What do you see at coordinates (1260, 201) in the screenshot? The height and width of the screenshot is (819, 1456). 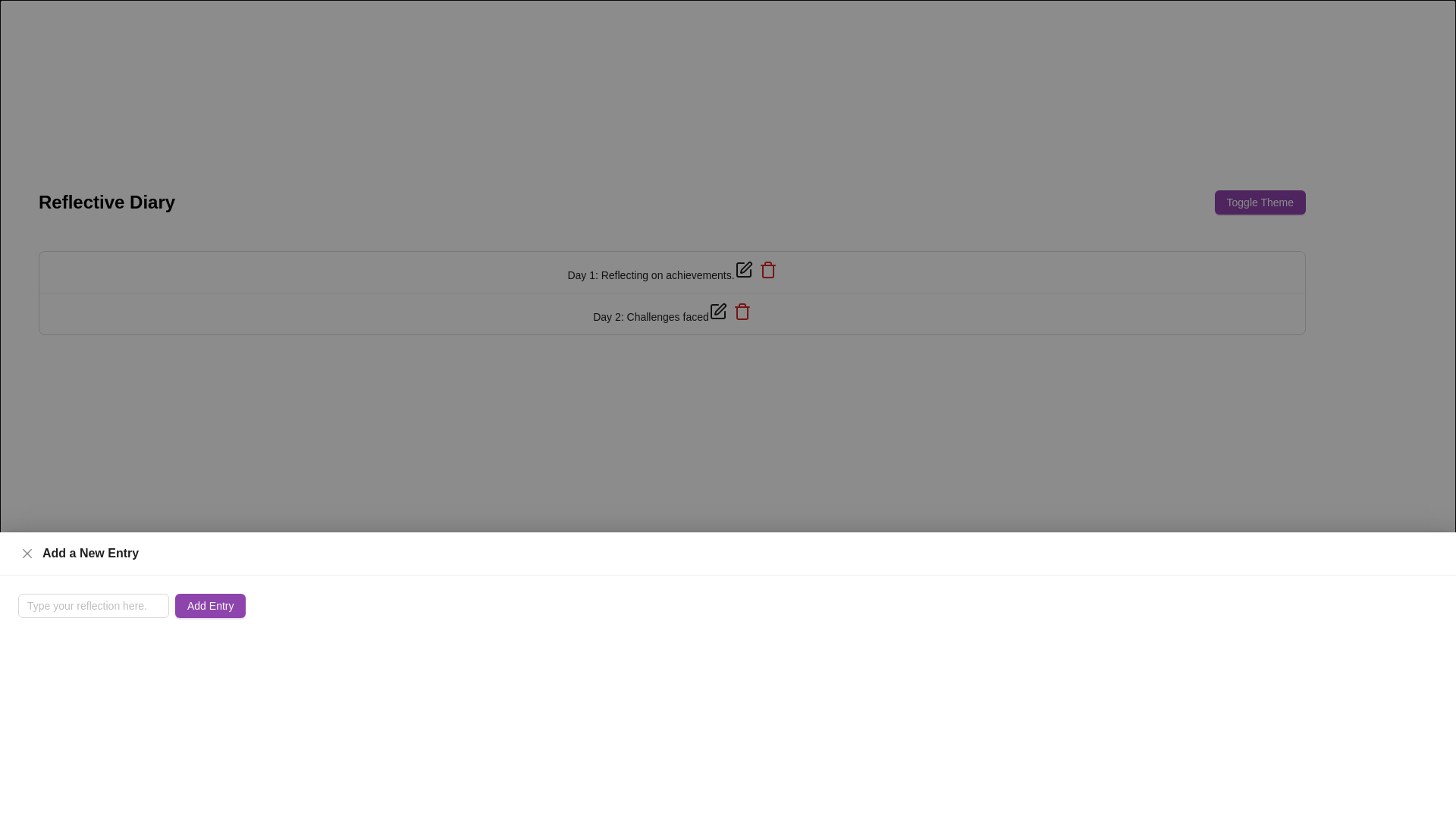 I see `the button labeled with static text that toggles the theme of the application interface, located in the upper-right portion of the layout` at bounding box center [1260, 201].